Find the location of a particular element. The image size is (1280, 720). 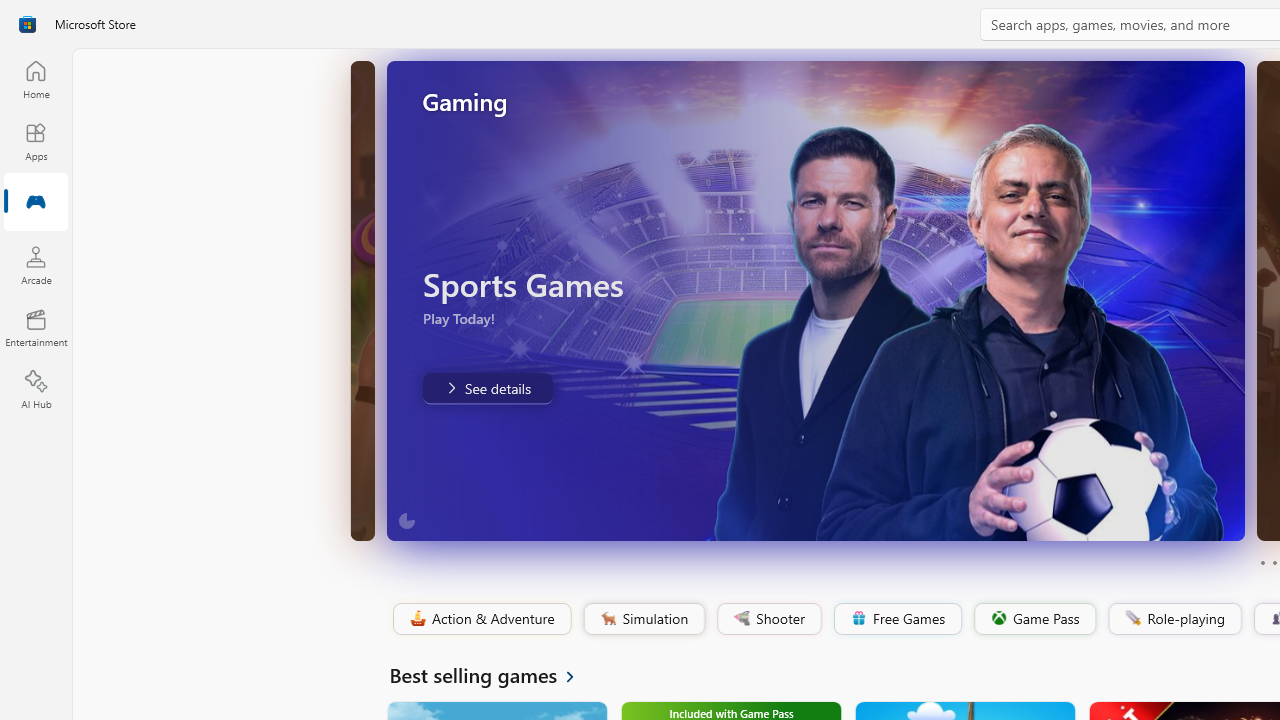

'AI Hub' is located at coordinates (35, 390).